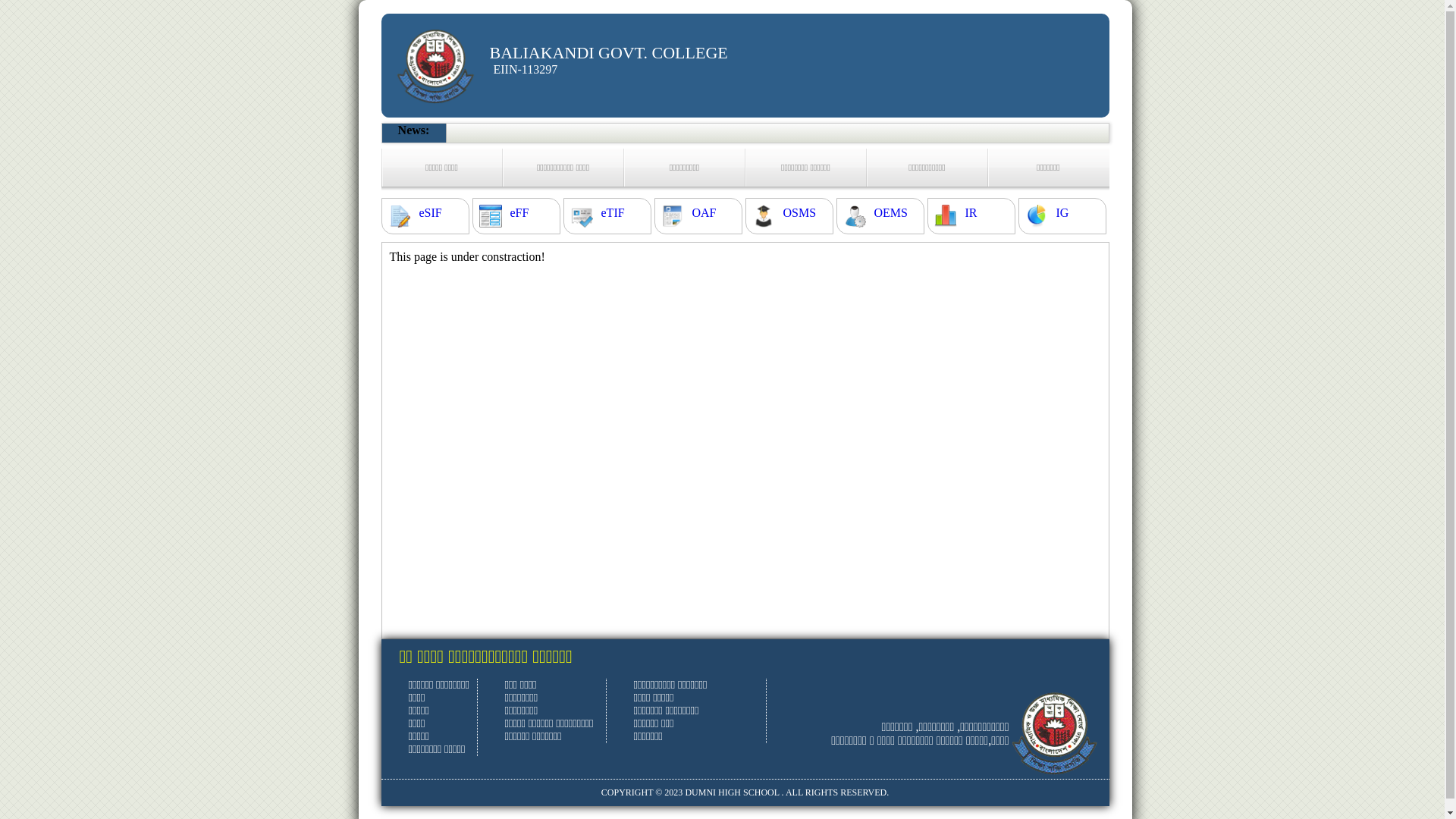  Describe the element at coordinates (702, 213) in the screenshot. I see `'OAF'` at that location.